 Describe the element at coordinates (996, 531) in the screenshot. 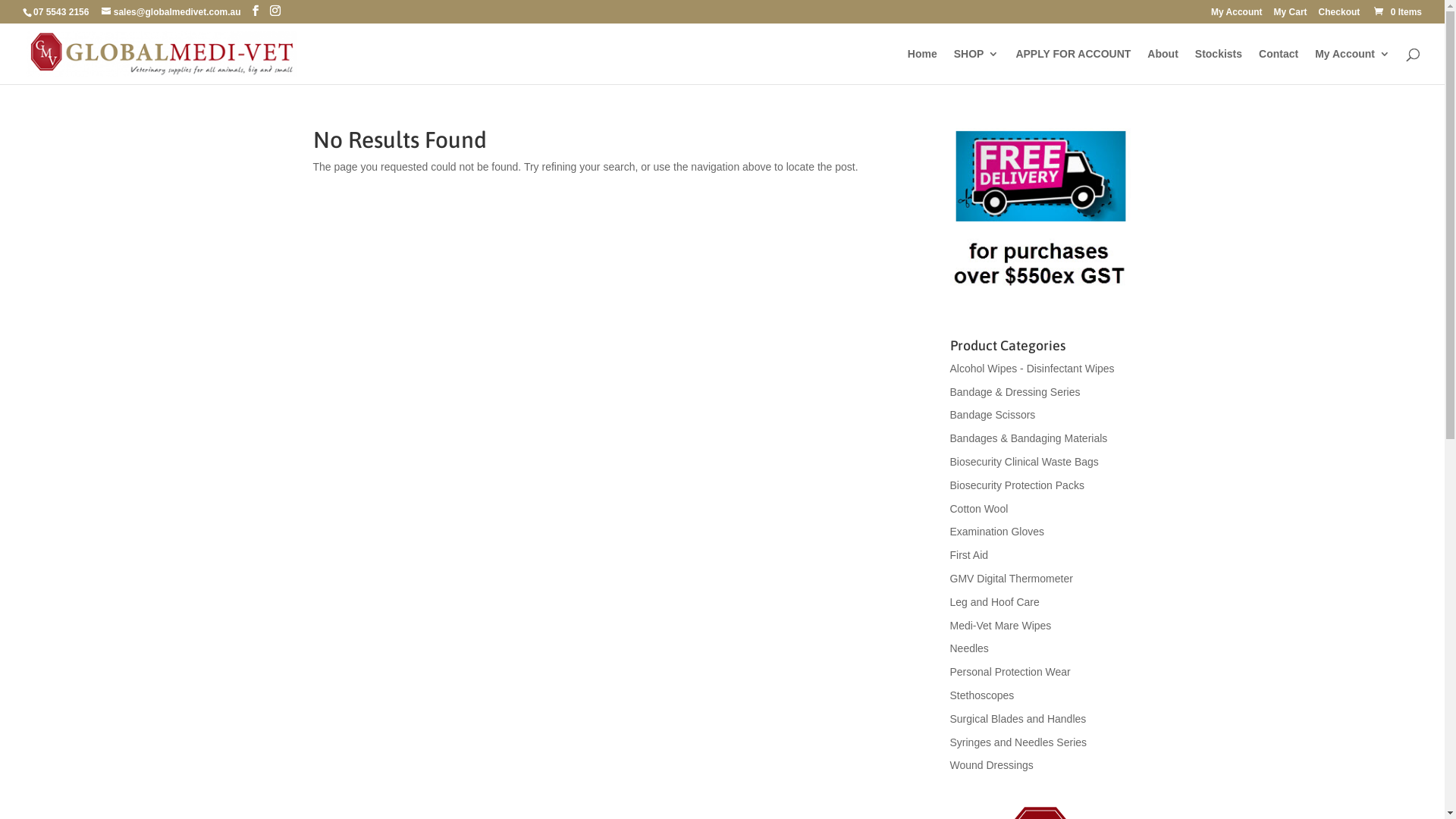

I see `'Examination Gloves'` at that location.